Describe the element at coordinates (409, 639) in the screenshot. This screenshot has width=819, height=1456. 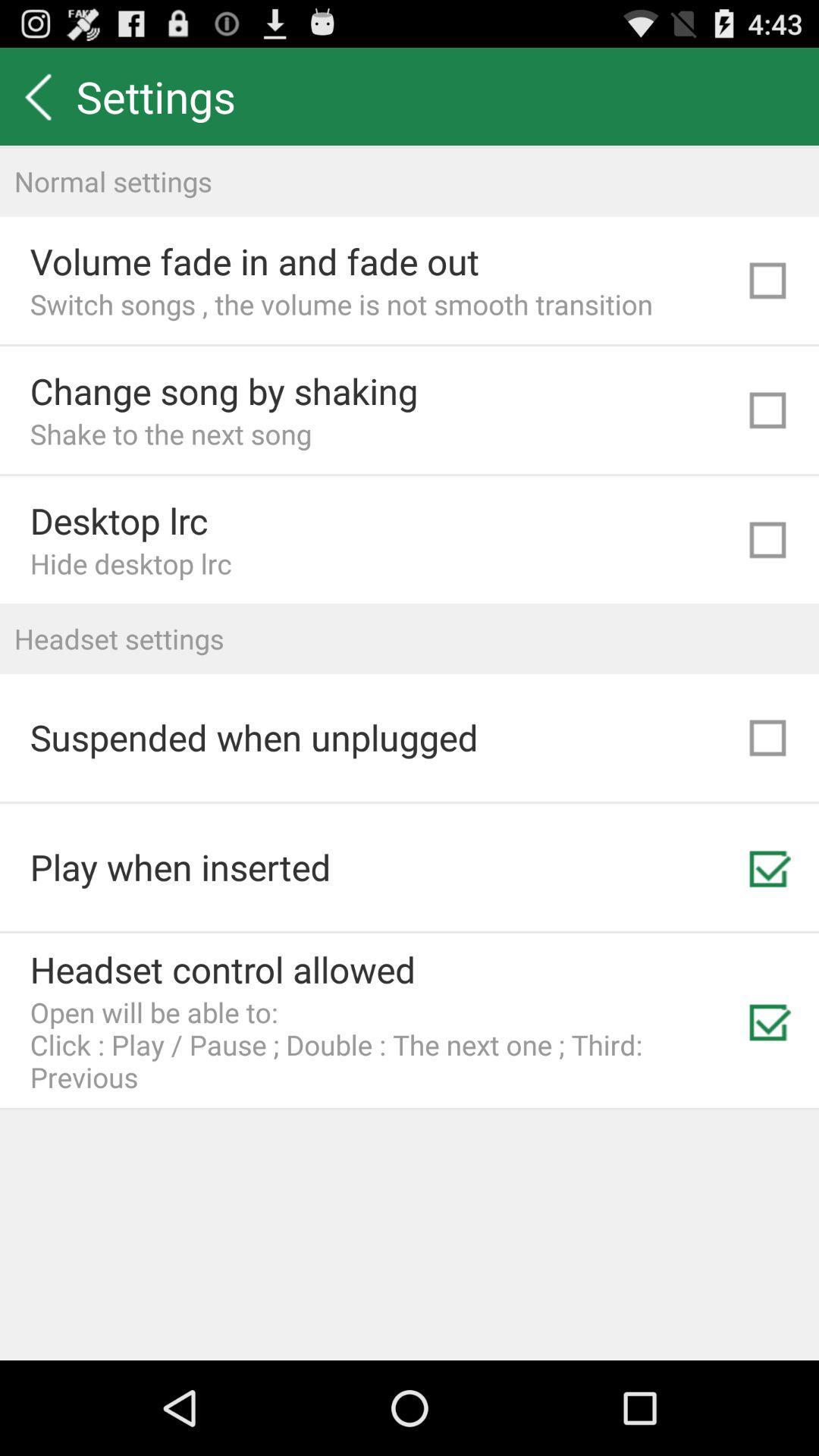
I see `headset settings item` at that location.